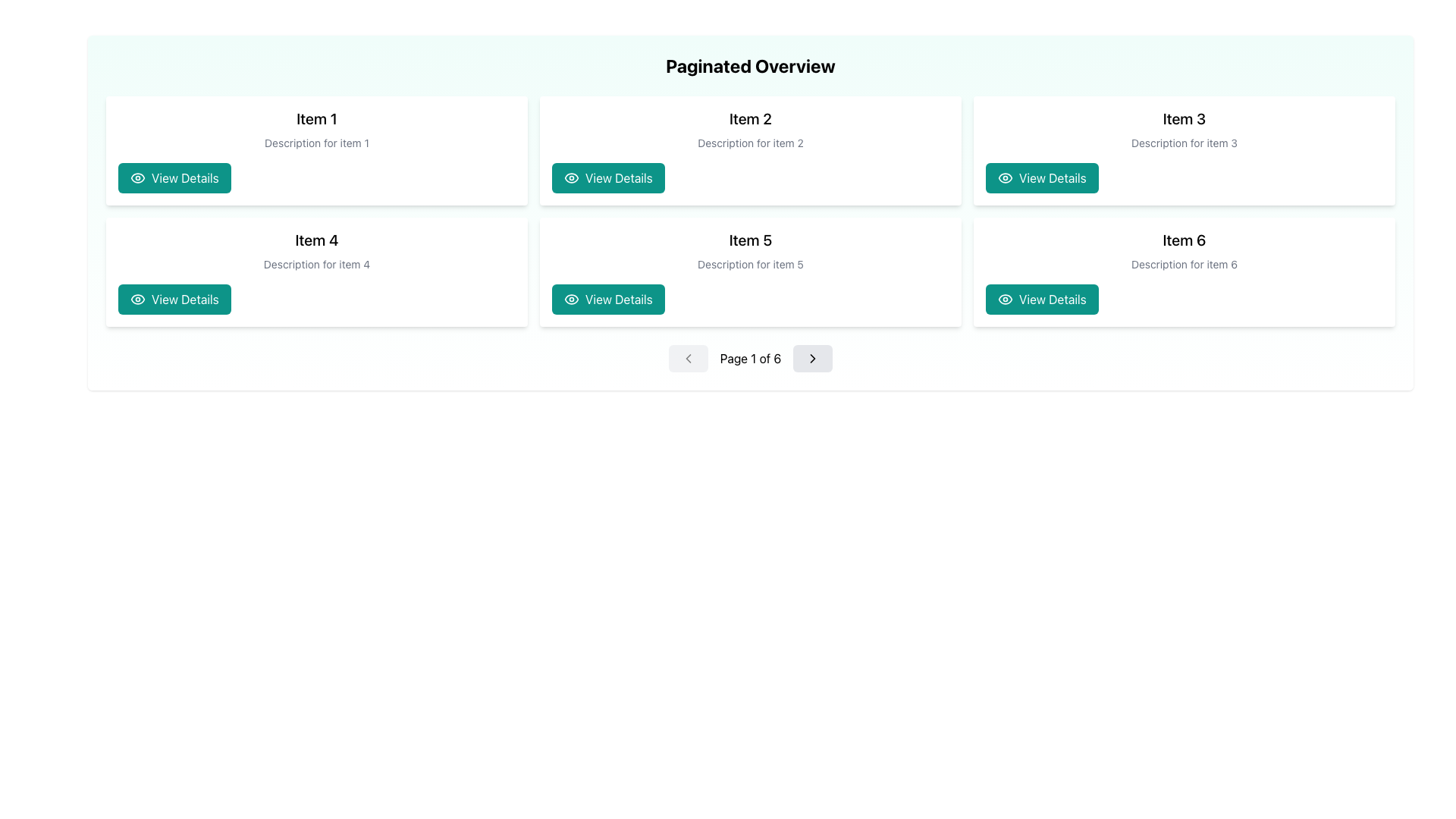 The height and width of the screenshot is (819, 1456). I want to click on the prominent header text label located at the top of the card in the second row and first column of the grid layout, so click(315, 239).